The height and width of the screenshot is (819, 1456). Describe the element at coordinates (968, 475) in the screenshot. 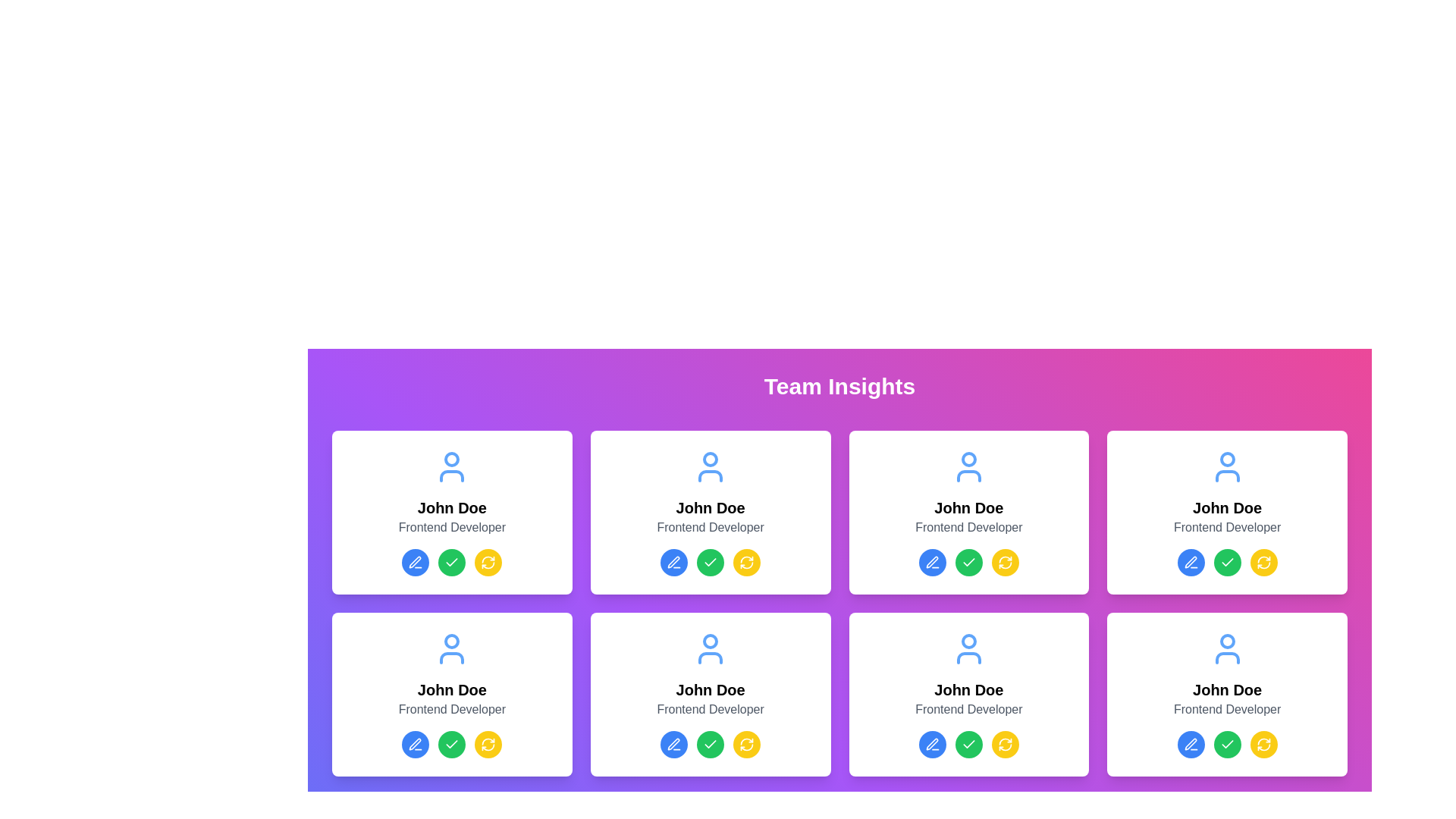

I see `the lower portion of the user icon representing the user torso in the third user card of the top row in the user grid` at that location.